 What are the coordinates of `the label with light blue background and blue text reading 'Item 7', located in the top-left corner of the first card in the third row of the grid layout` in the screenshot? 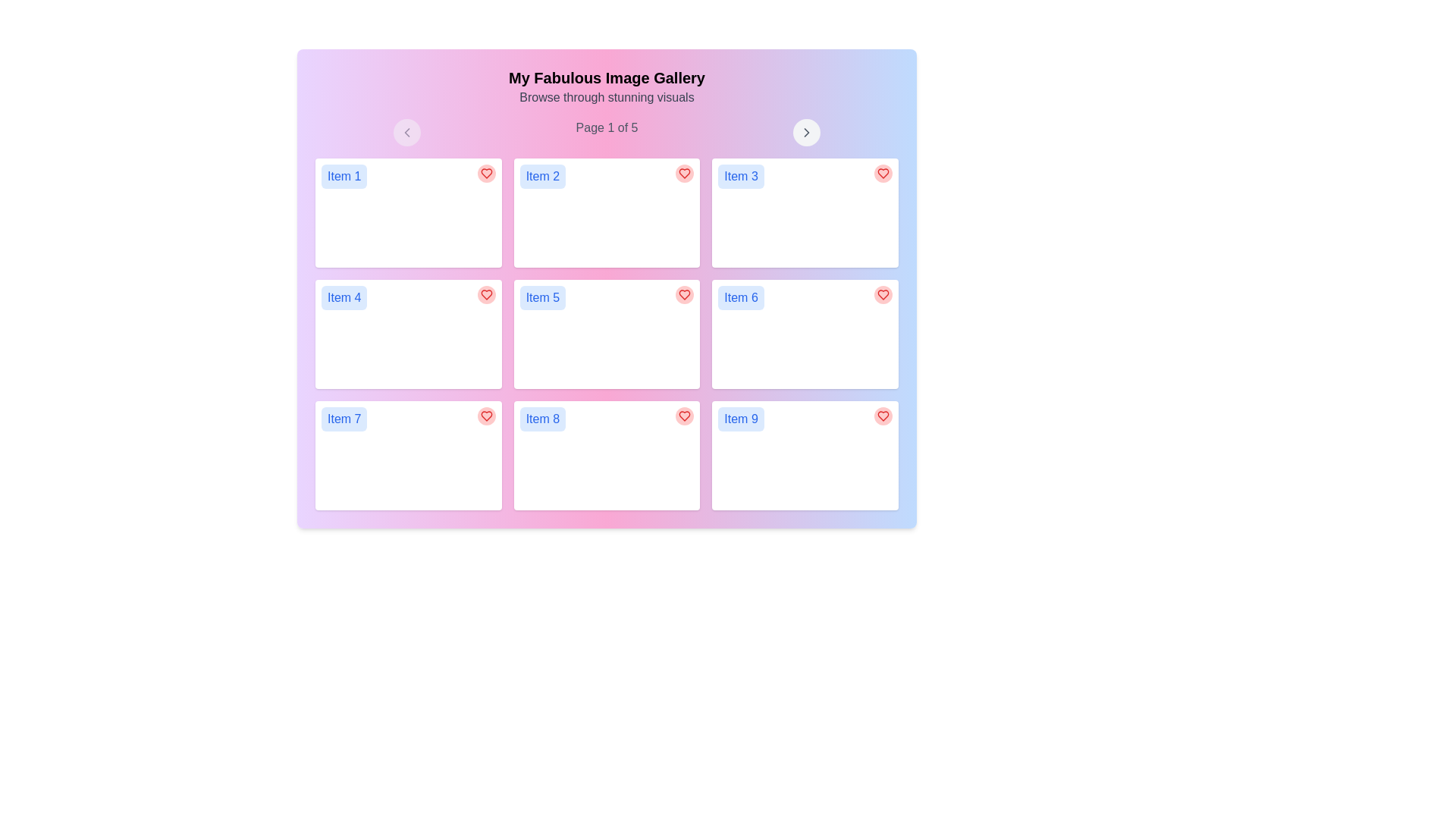 It's located at (344, 419).